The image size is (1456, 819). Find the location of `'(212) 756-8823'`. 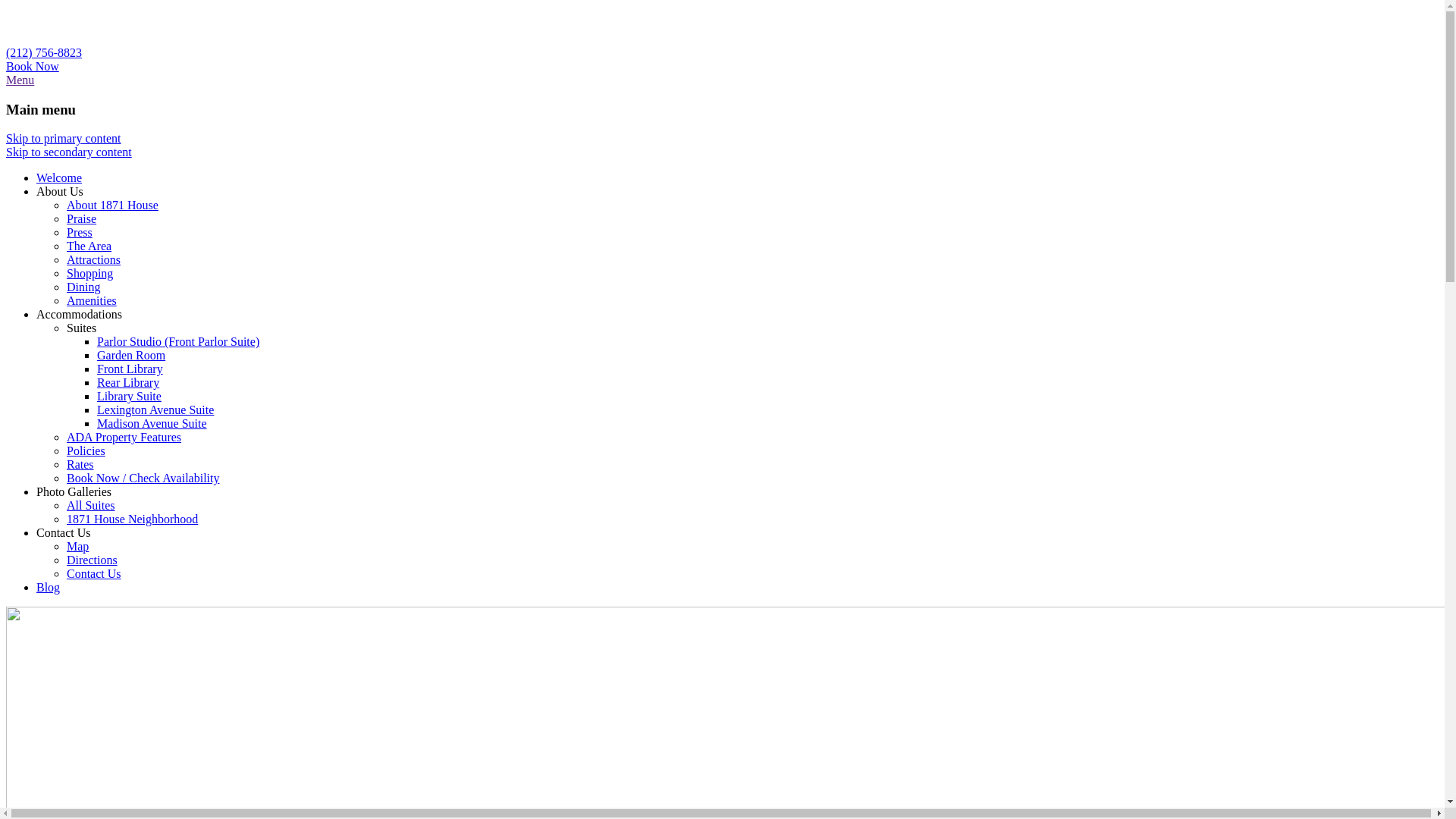

'(212) 756-8823' is located at coordinates (43, 52).